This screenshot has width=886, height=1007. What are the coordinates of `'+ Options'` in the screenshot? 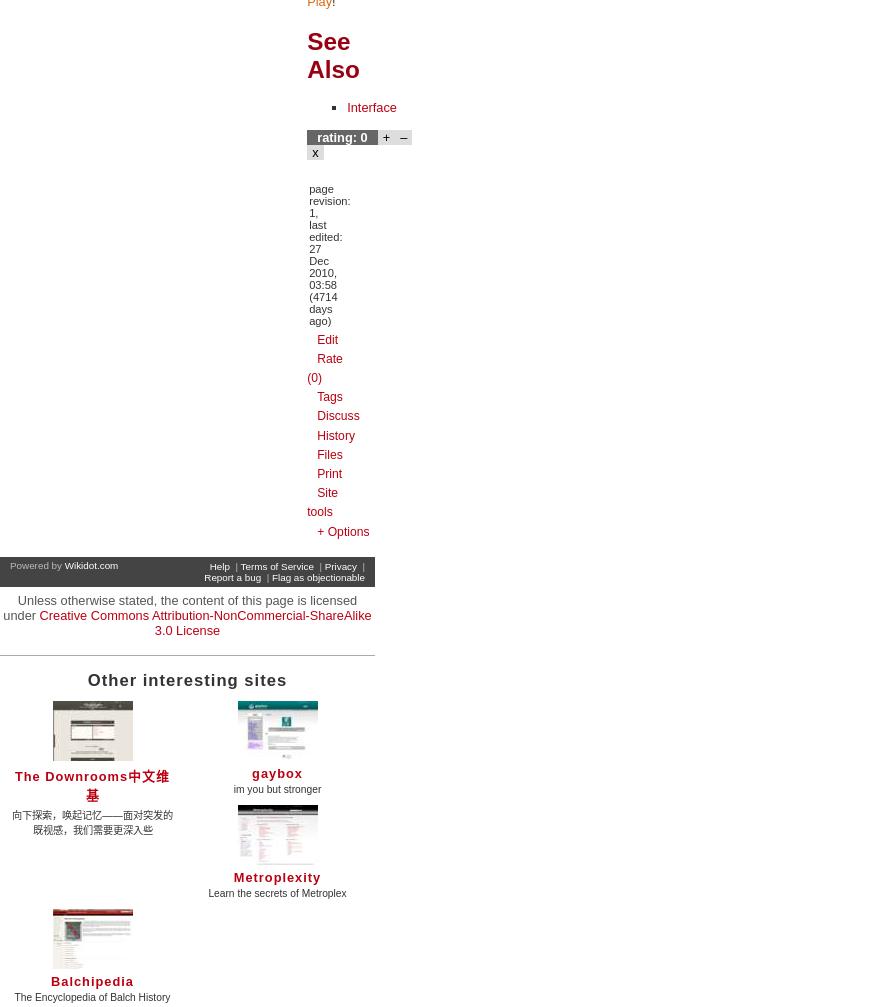 It's located at (316, 529).